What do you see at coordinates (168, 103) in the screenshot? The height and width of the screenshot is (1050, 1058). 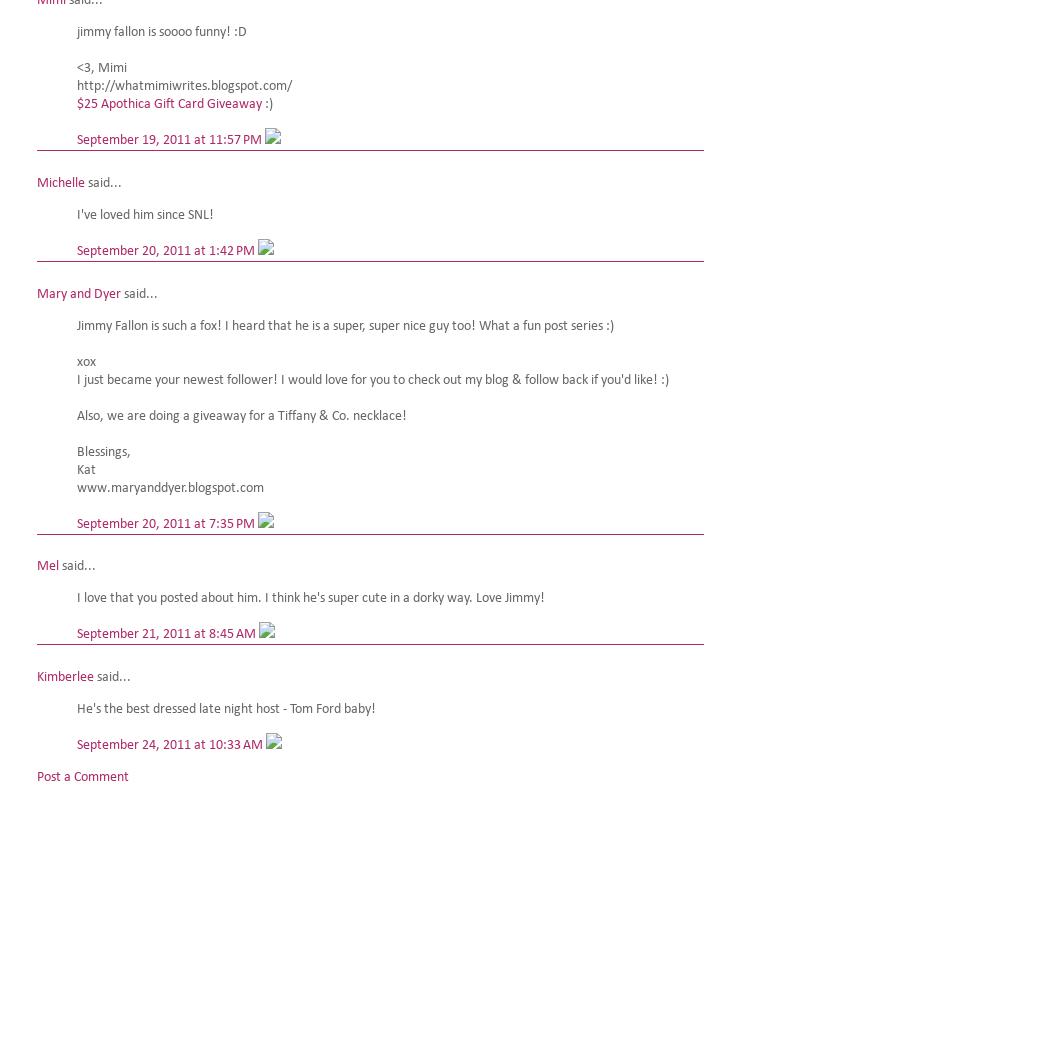 I see `'$25 Apothica Gift Card Giveaway'` at bounding box center [168, 103].